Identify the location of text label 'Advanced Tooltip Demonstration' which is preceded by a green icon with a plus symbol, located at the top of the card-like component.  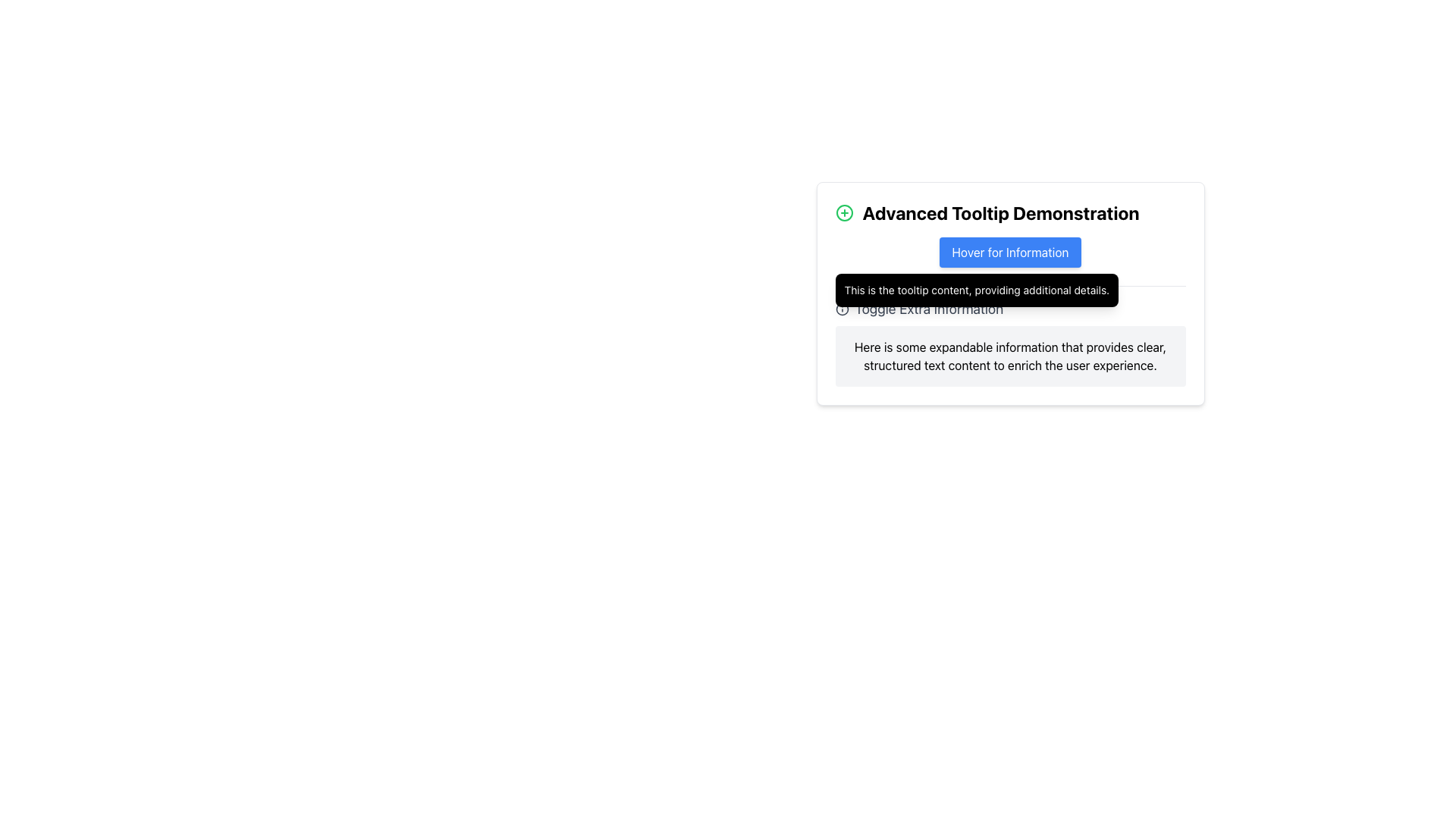
(1010, 213).